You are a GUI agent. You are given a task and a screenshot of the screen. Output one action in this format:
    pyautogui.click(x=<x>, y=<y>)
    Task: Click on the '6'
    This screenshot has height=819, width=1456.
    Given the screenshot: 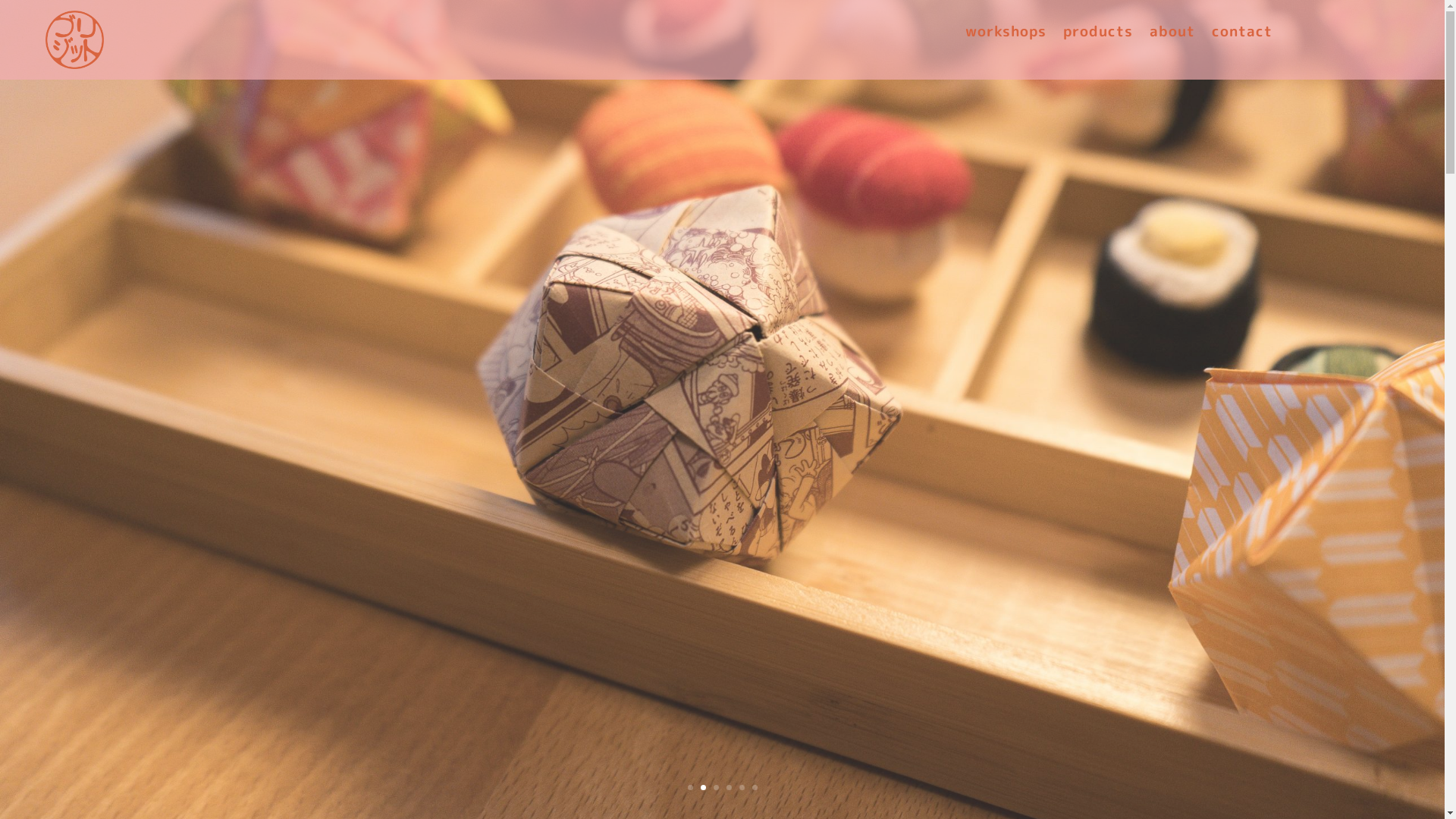 What is the action you would take?
    pyautogui.click(x=755, y=786)
    